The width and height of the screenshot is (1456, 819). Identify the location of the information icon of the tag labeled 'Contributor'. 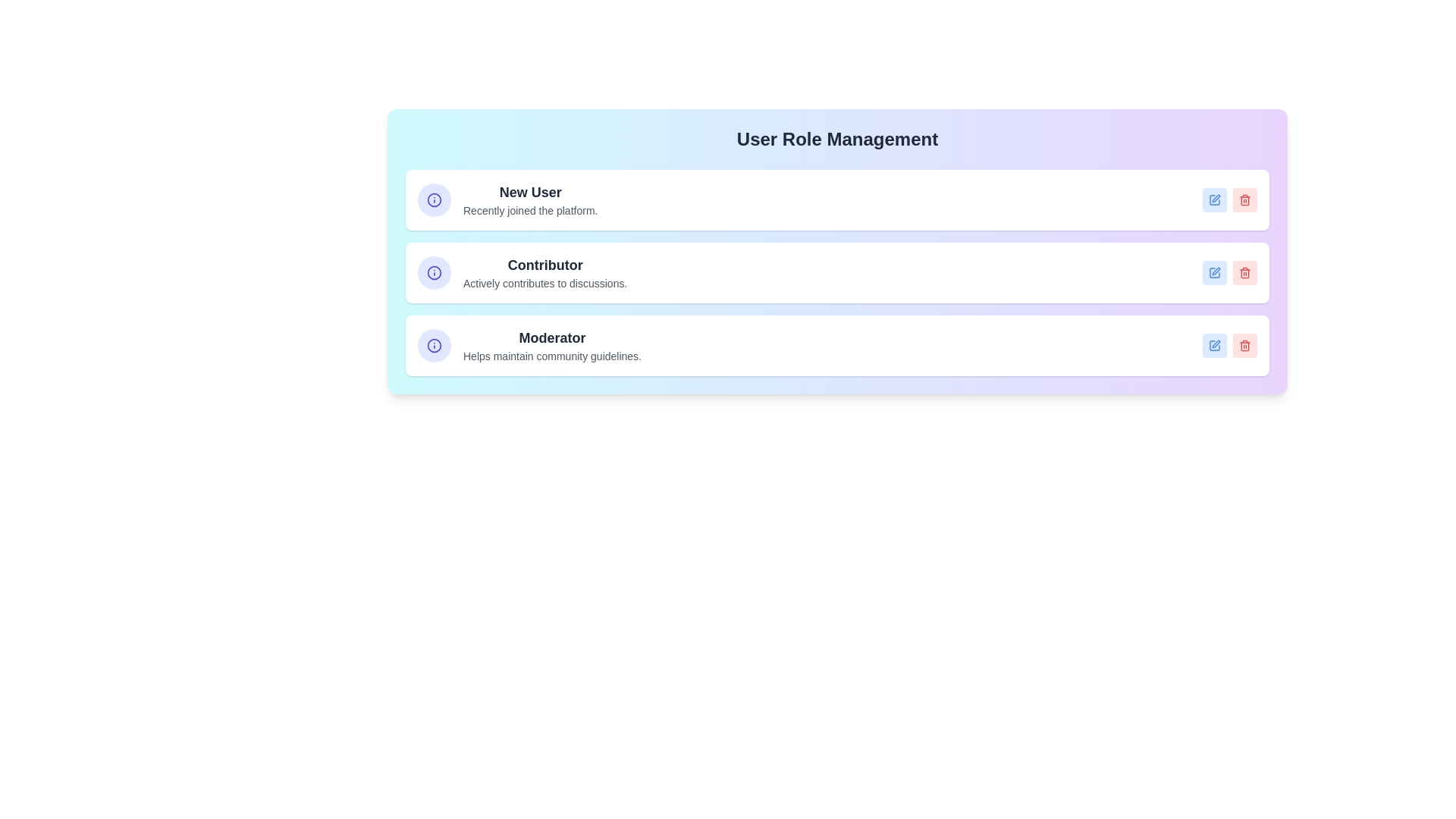
(433, 271).